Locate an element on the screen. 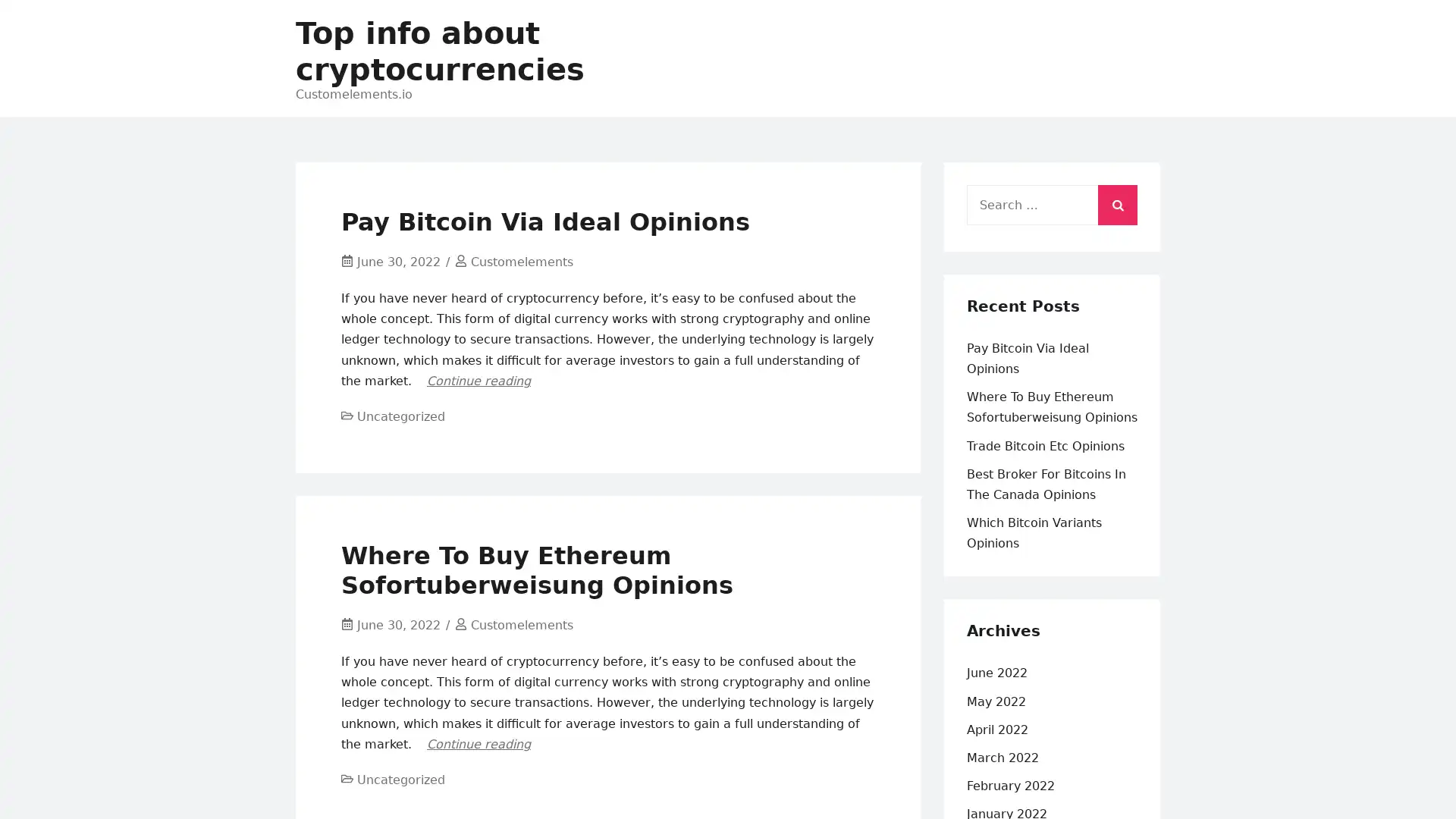  Search is located at coordinates (1117, 200).